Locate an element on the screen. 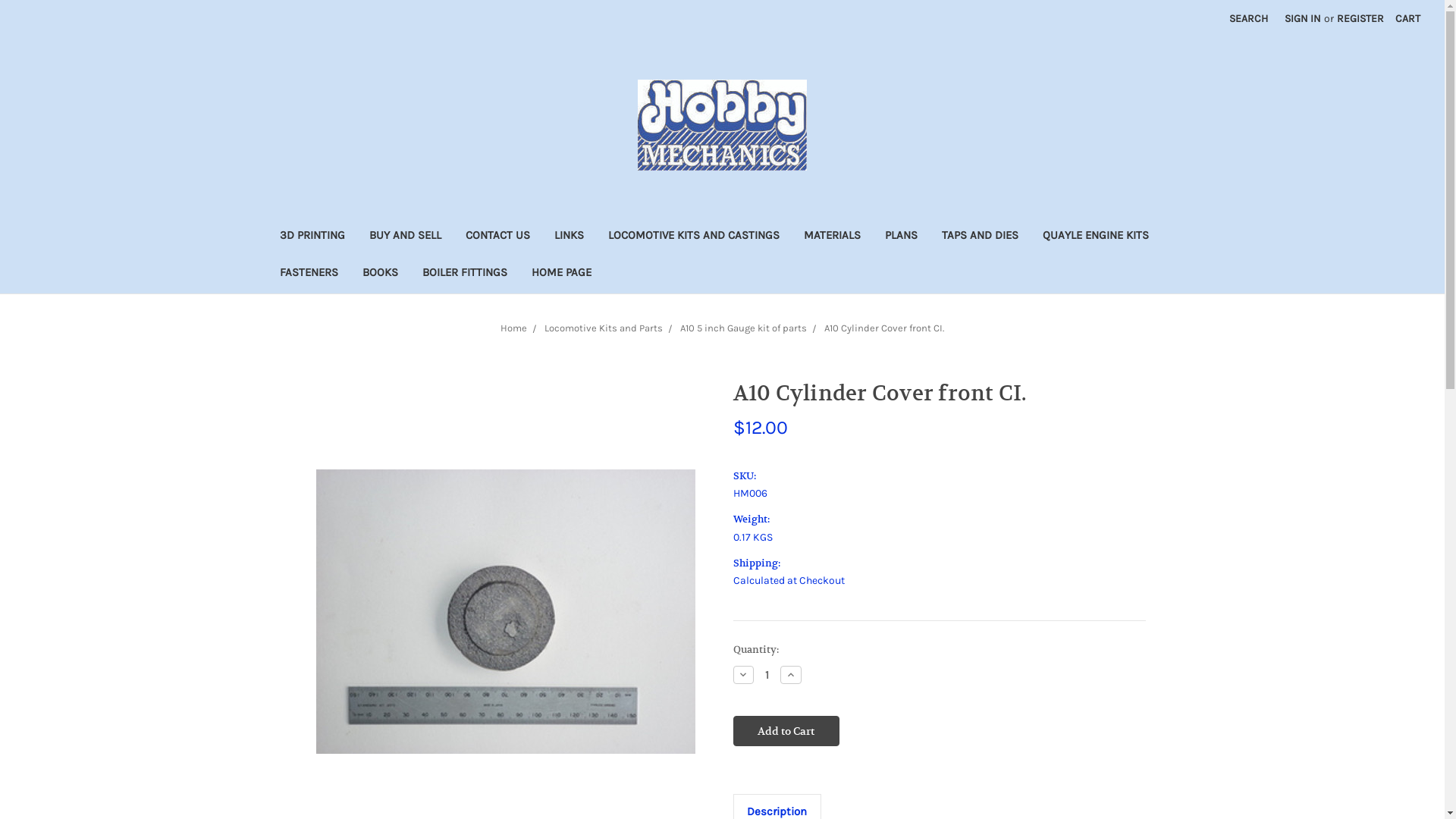 The height and width of the screenshot is (819, 1456). 'SIGN IN' is located at coordinates (1302, 18).